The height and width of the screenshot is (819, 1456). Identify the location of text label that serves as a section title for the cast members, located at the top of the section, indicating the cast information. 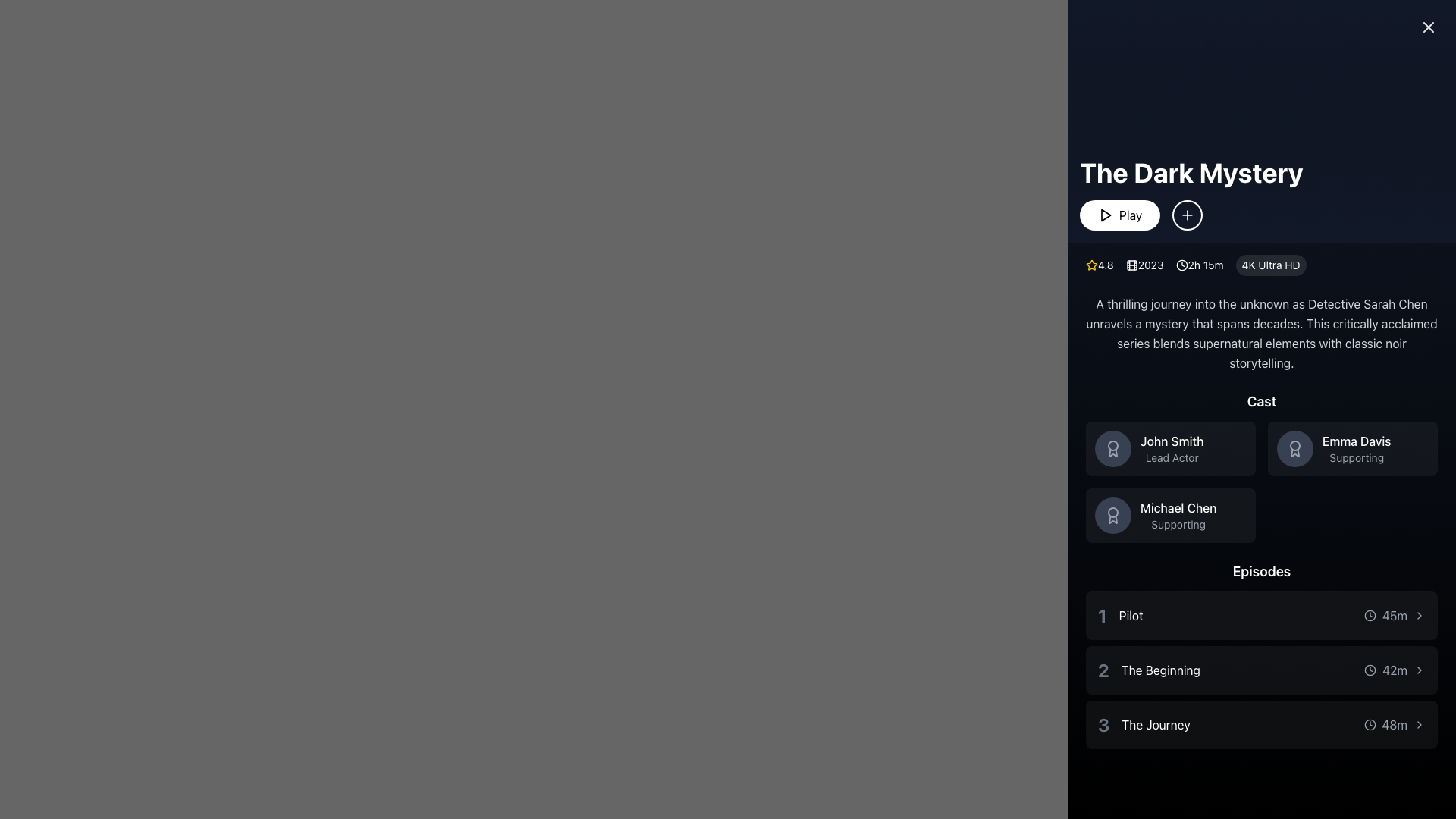
(1262, 400).